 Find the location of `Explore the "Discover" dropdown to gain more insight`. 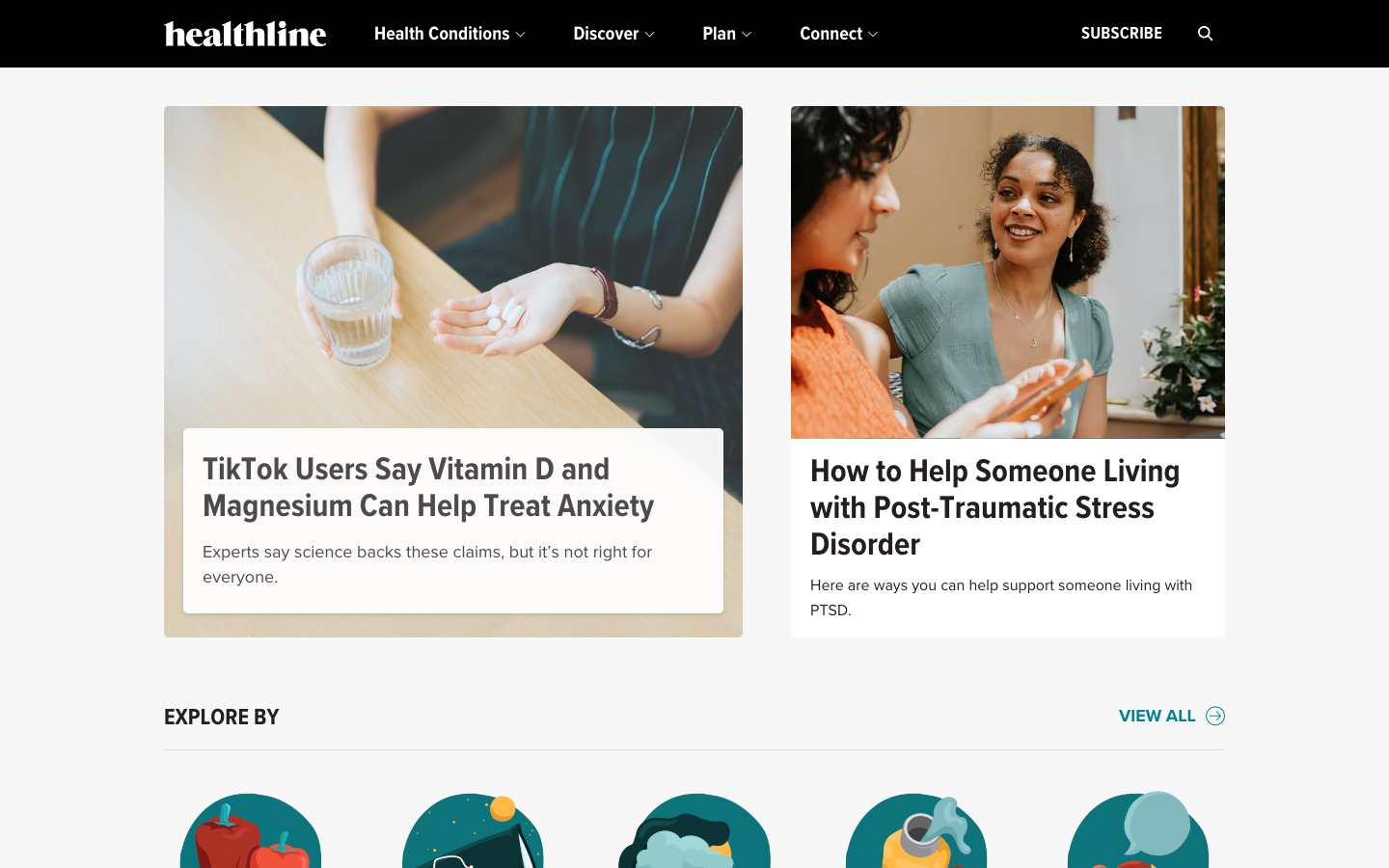

Explore the "Discover" dropdown to gain more insight is located at coordinates (613, 33).